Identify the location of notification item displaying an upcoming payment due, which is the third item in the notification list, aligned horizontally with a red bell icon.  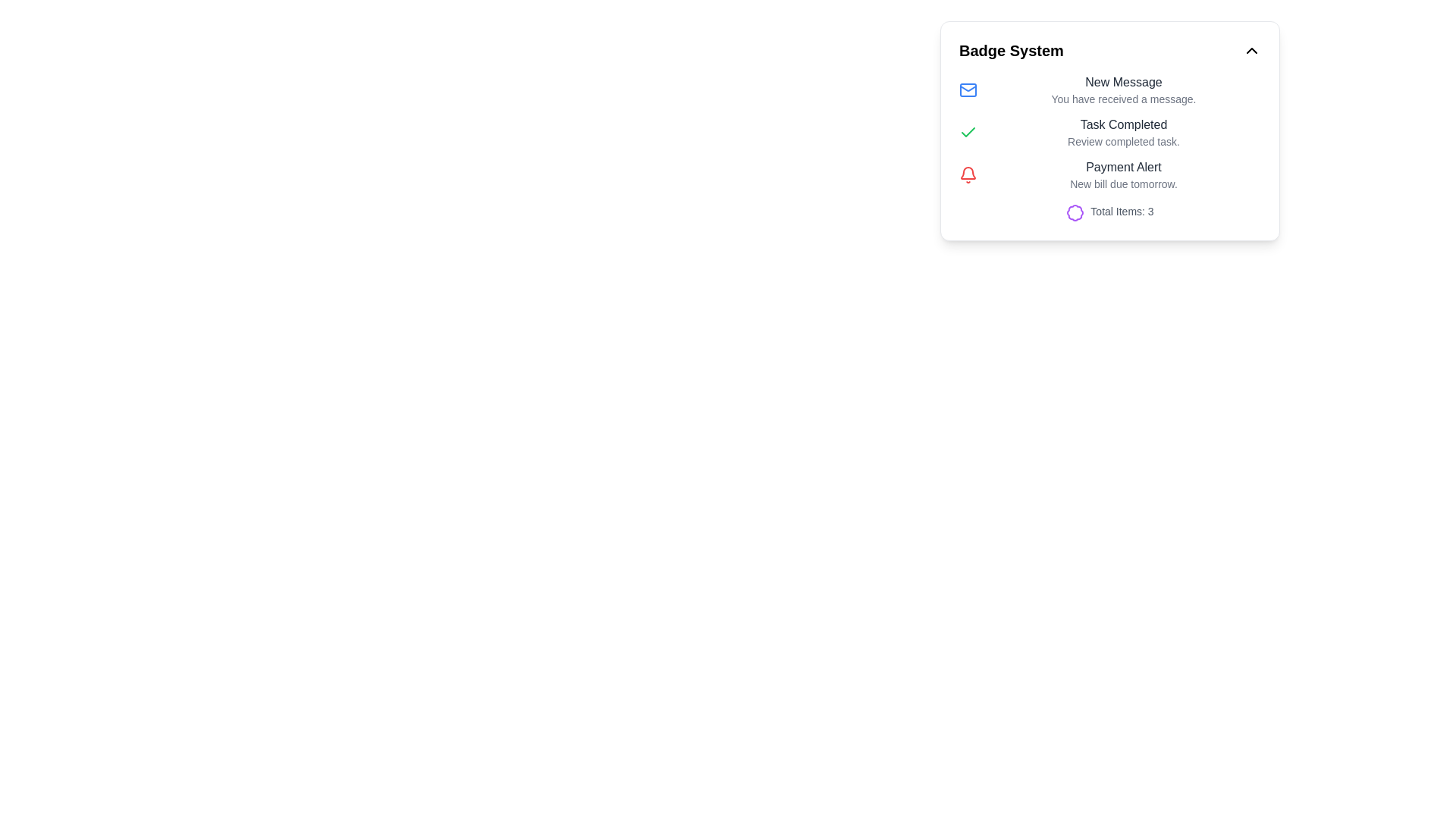
(1124, 174).